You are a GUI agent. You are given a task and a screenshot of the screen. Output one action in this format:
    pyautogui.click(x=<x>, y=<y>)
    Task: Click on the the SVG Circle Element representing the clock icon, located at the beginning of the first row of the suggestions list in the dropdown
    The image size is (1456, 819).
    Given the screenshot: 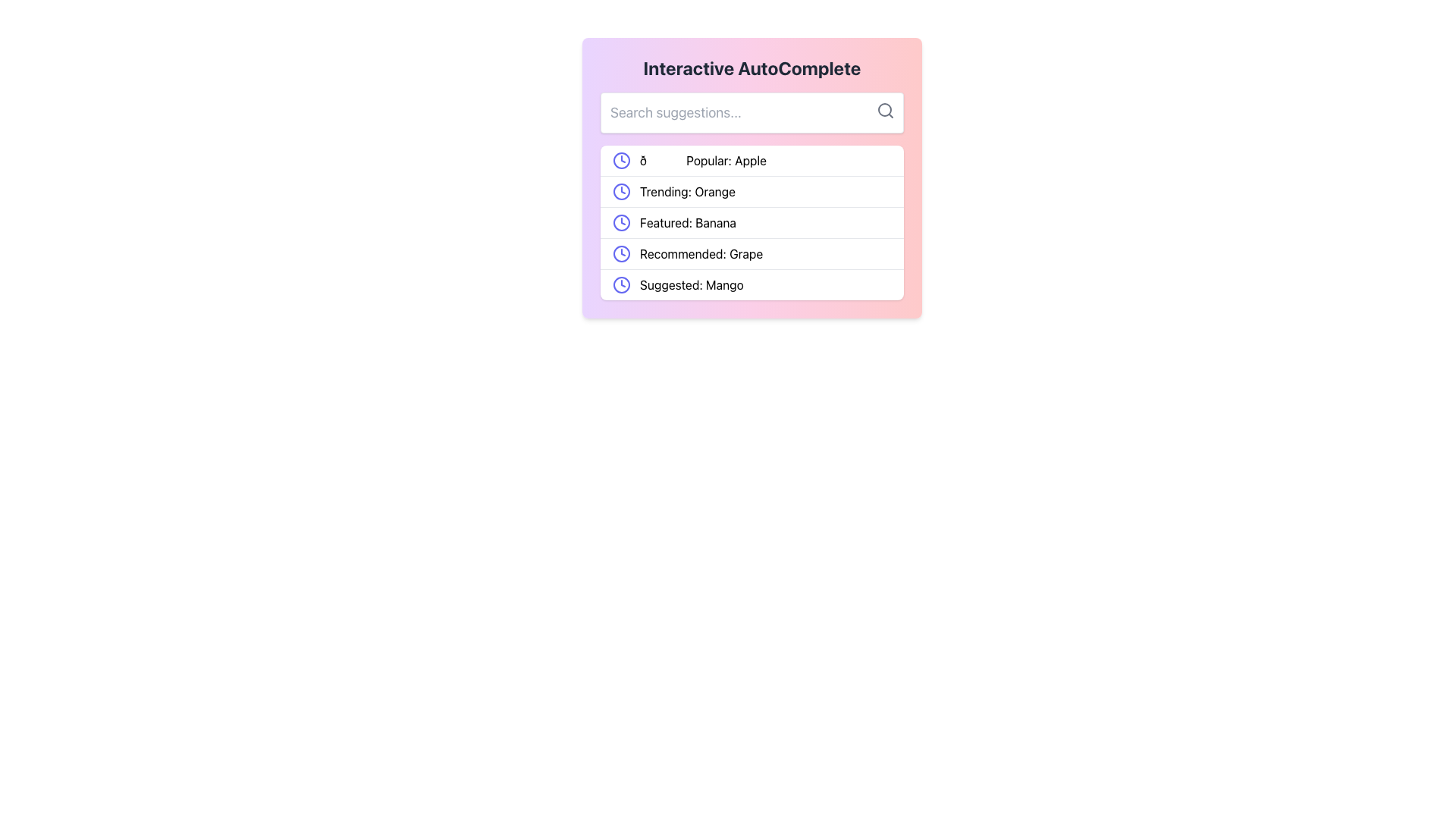 What is the action you would take?
    pyautogui.click(x=622, y=161)
    